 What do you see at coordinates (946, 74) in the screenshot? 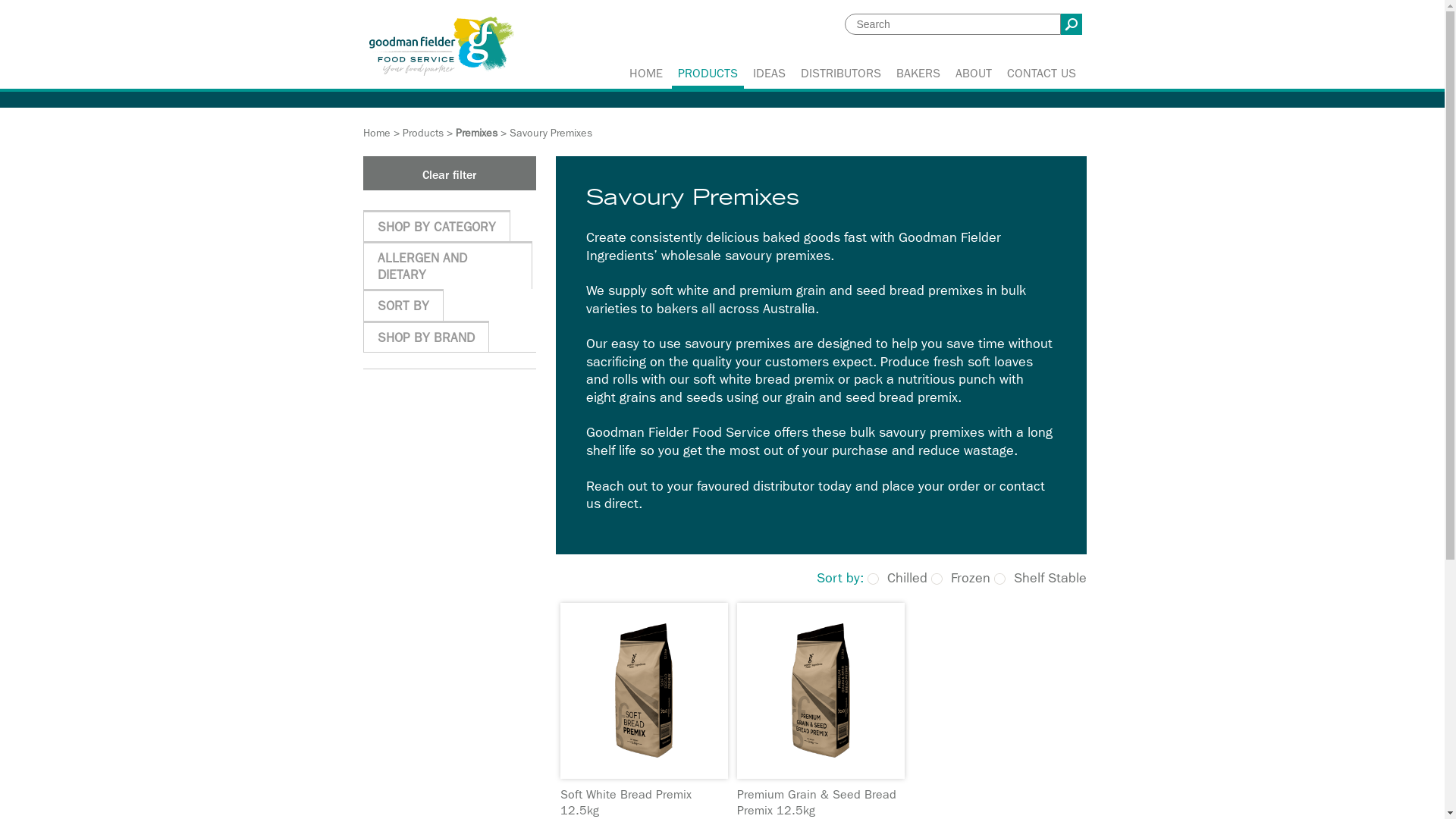
I see `'ABOUT'` at bounding box center [946, 74].